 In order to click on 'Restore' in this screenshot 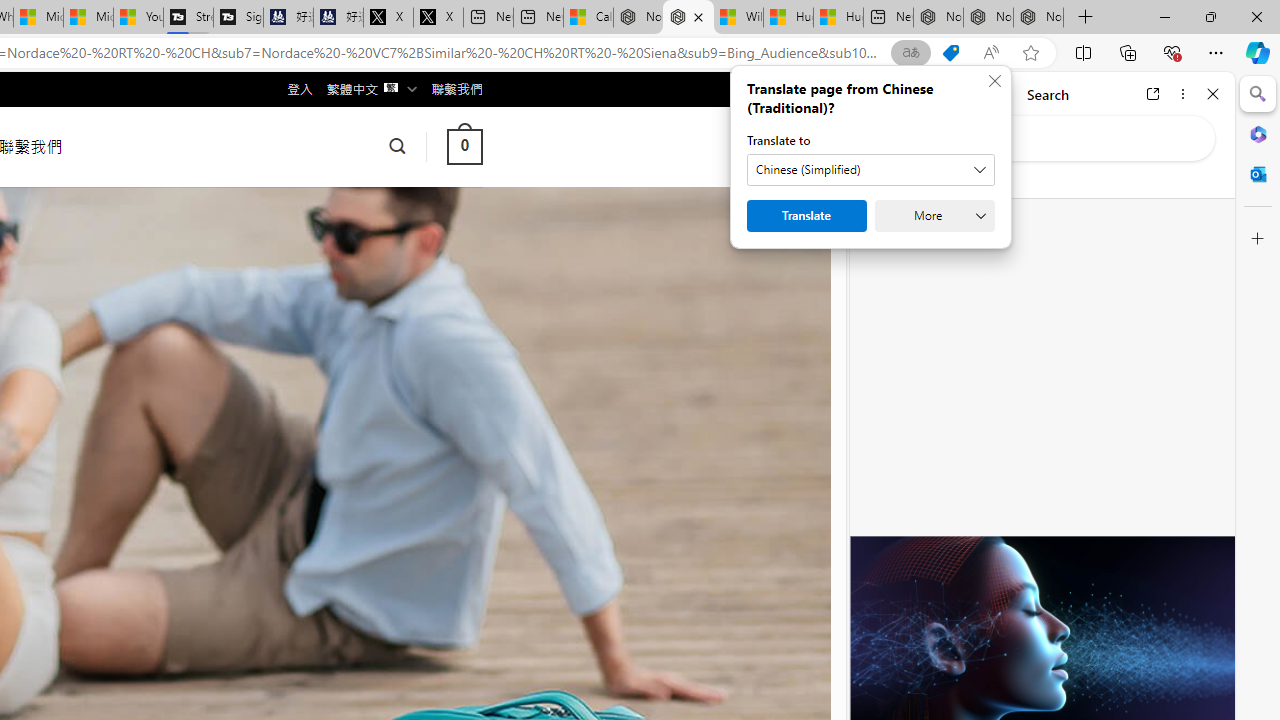, I will do `click(1209, 16)`.